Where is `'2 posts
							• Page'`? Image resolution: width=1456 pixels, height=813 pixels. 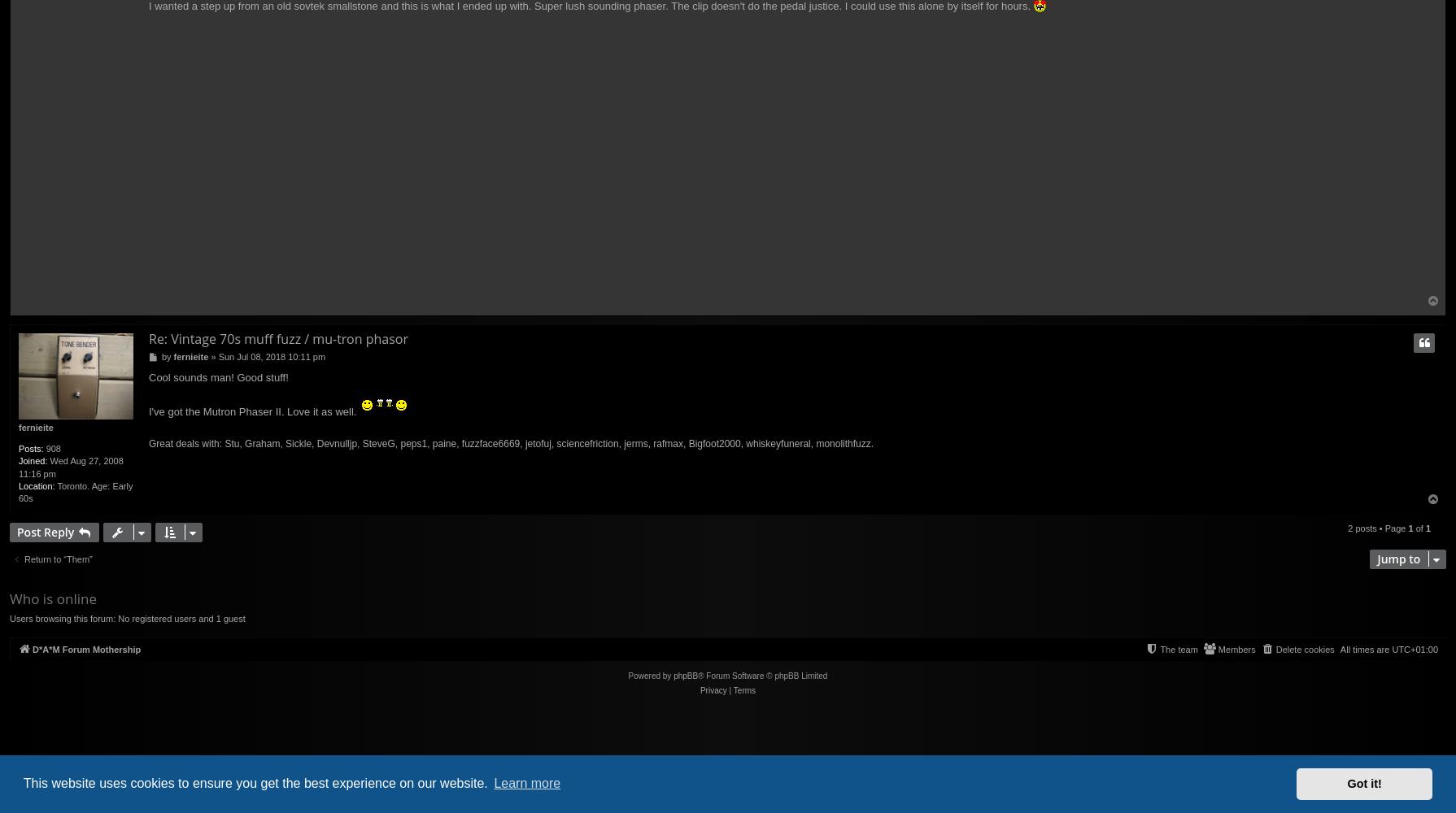 '2 posts
							• Page' is located at coordinates (1347, 528).